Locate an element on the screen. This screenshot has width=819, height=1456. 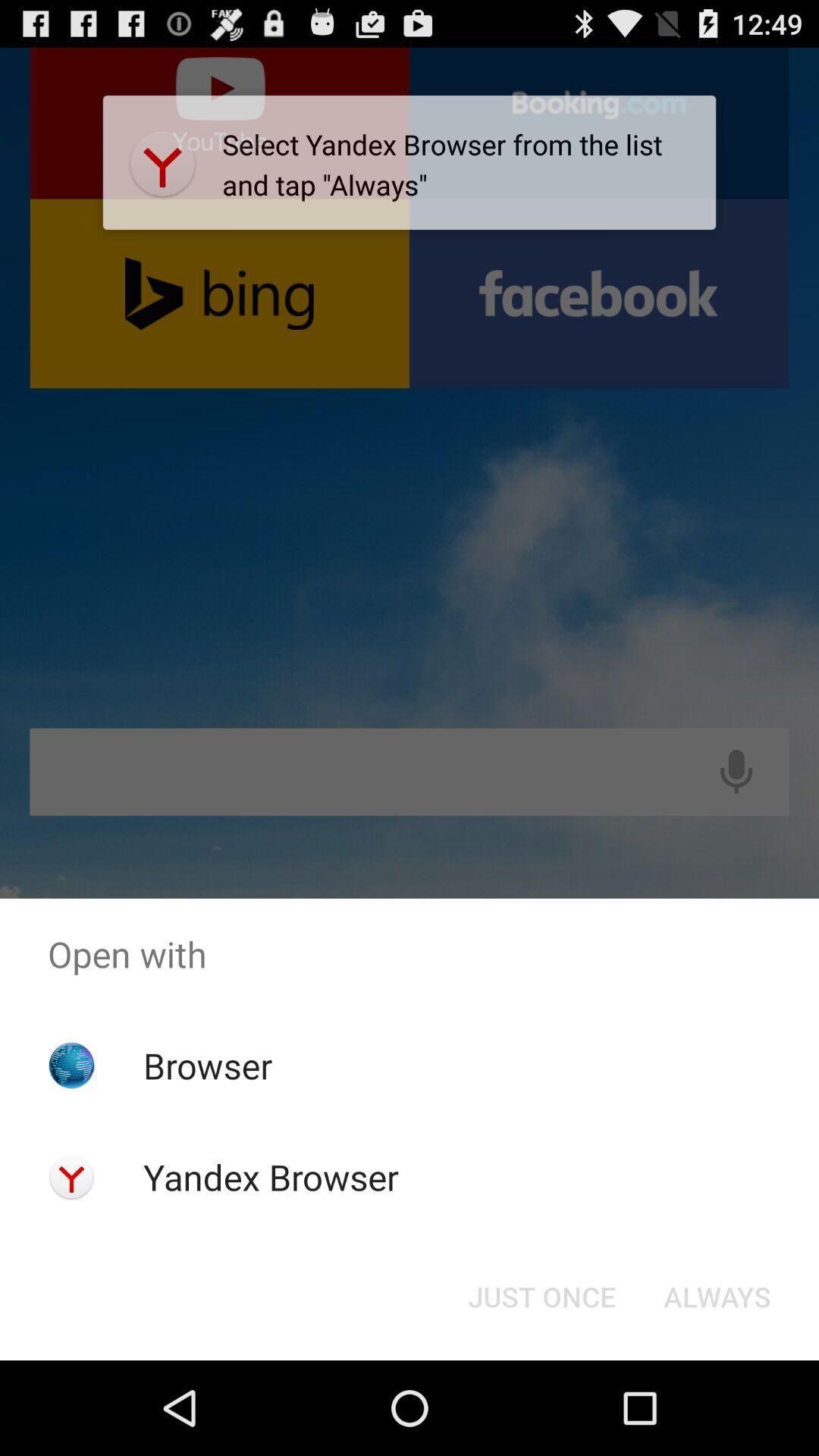
the icon at the bottom right corner is located at coordinates (717, 1295).